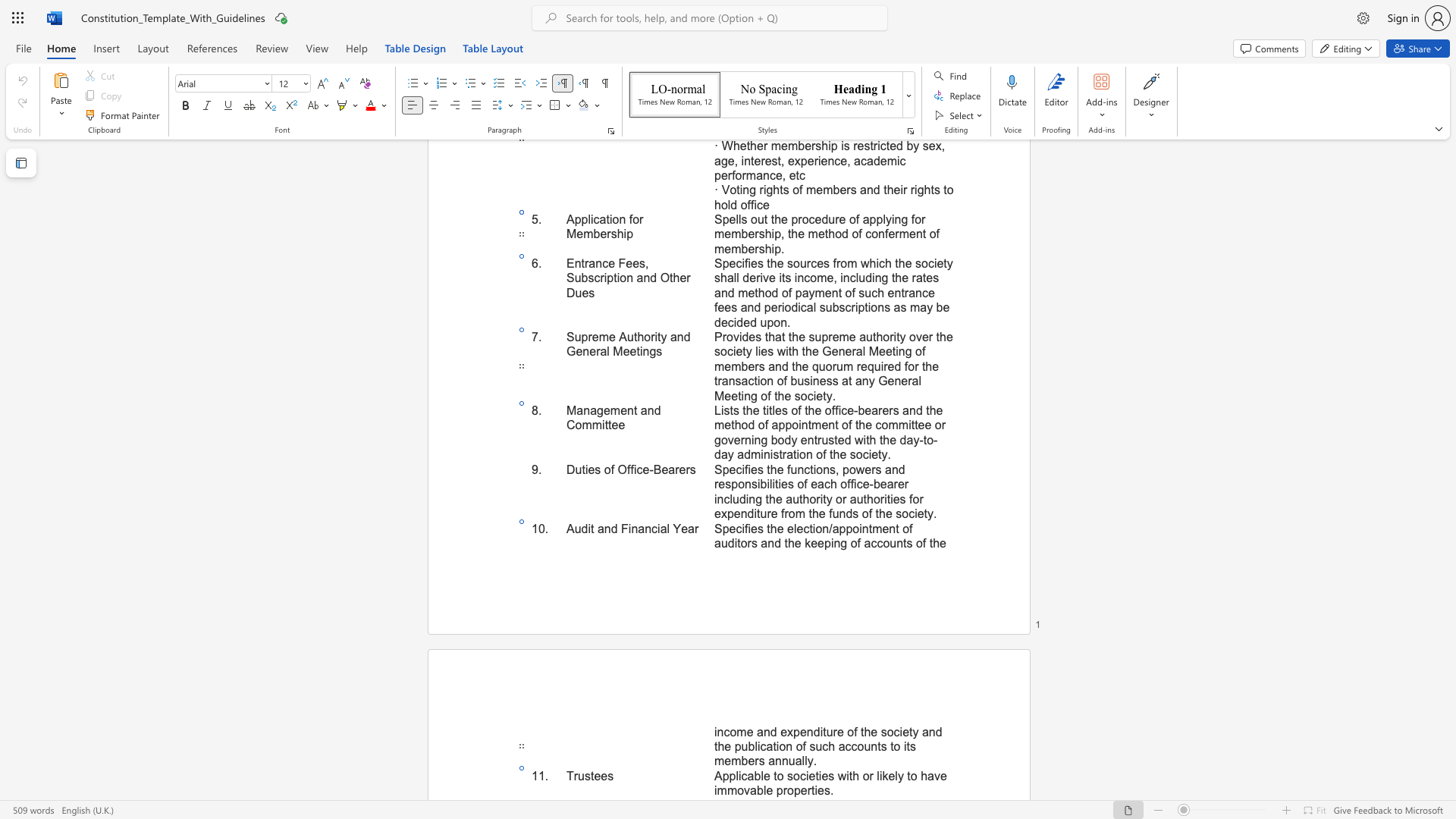  Describe the element at coordinates (629, 528) in the screenshot. I see `the 2th character "i" in the text` at that location.